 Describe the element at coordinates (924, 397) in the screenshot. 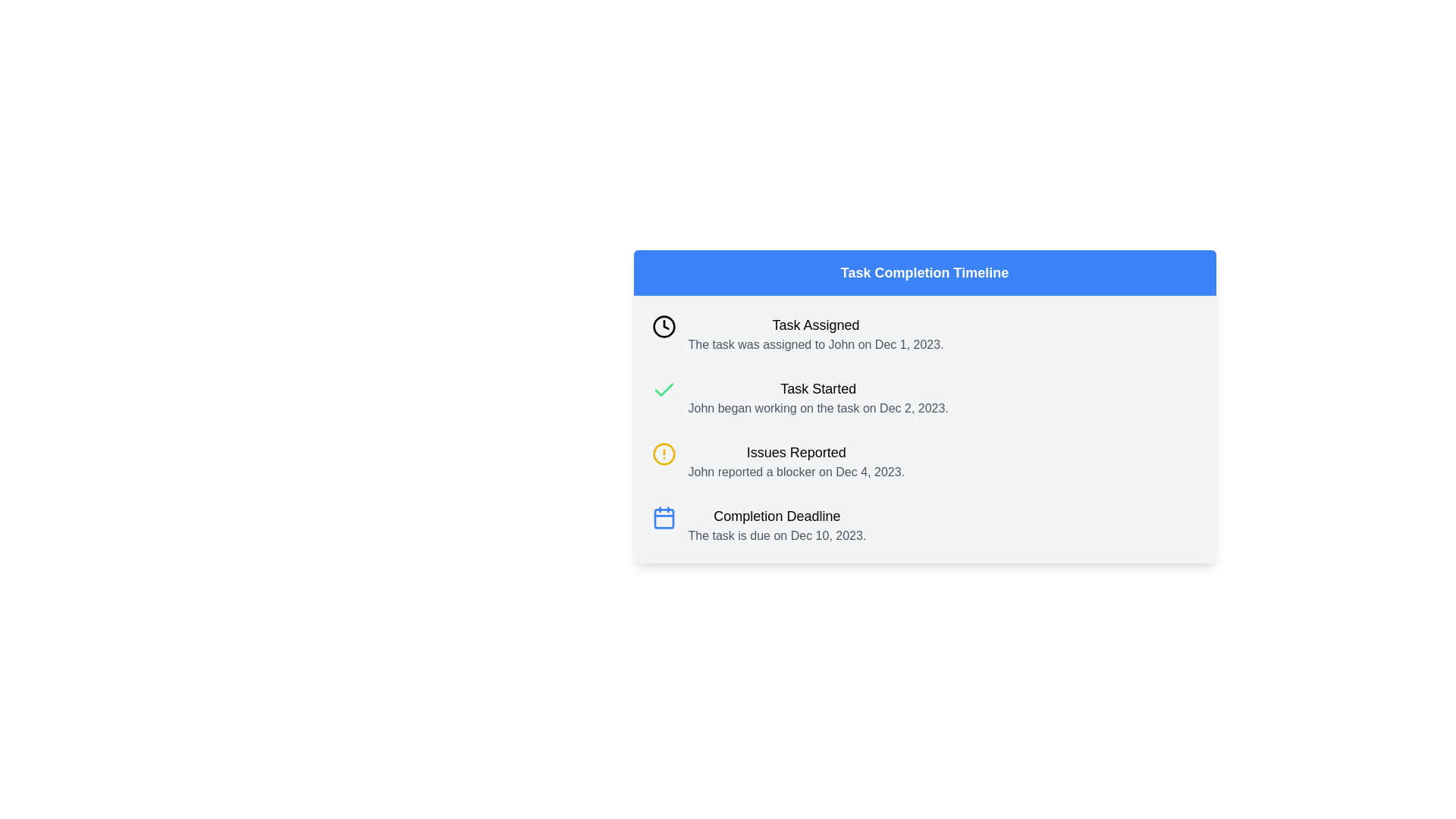

I see `the Informational Card containing the heading 'Task Started' and the description 'John began working on the task on Dec 2, 2023.' This card is the second entry in the vertical timeline under 'Task Completion Timeline.'` at that location.